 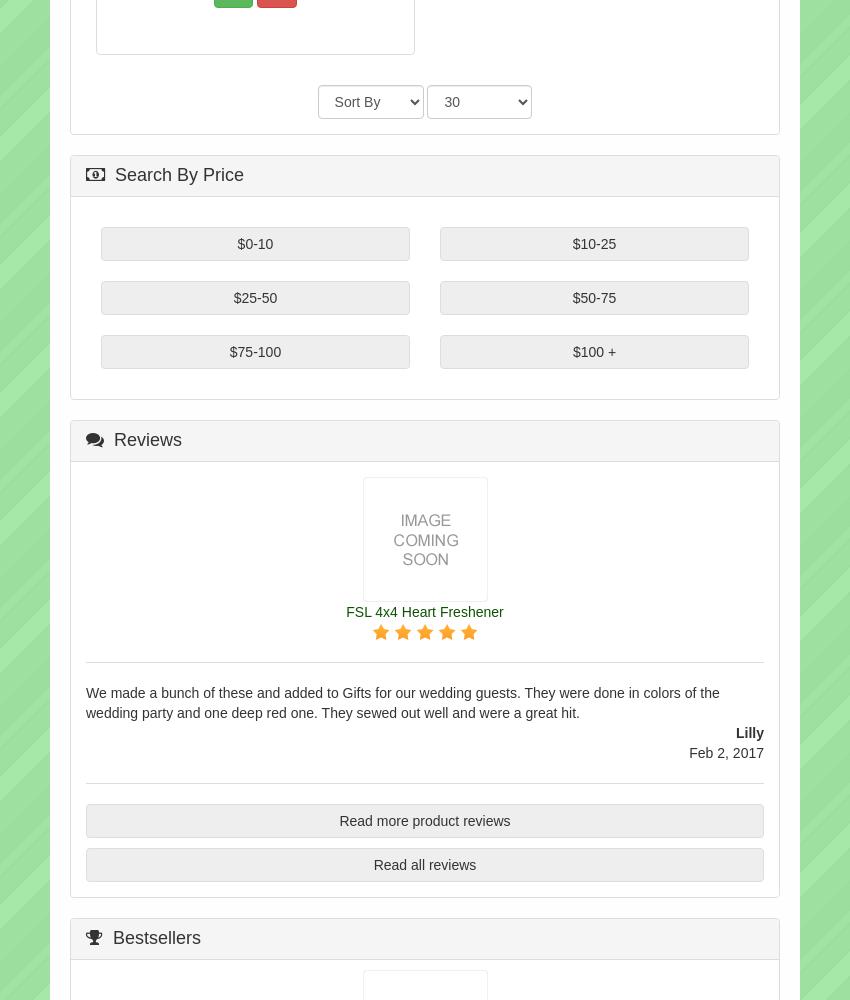 I want to click on 'FSL 4x4 Heart Freshener', so click(x=424, y=610).